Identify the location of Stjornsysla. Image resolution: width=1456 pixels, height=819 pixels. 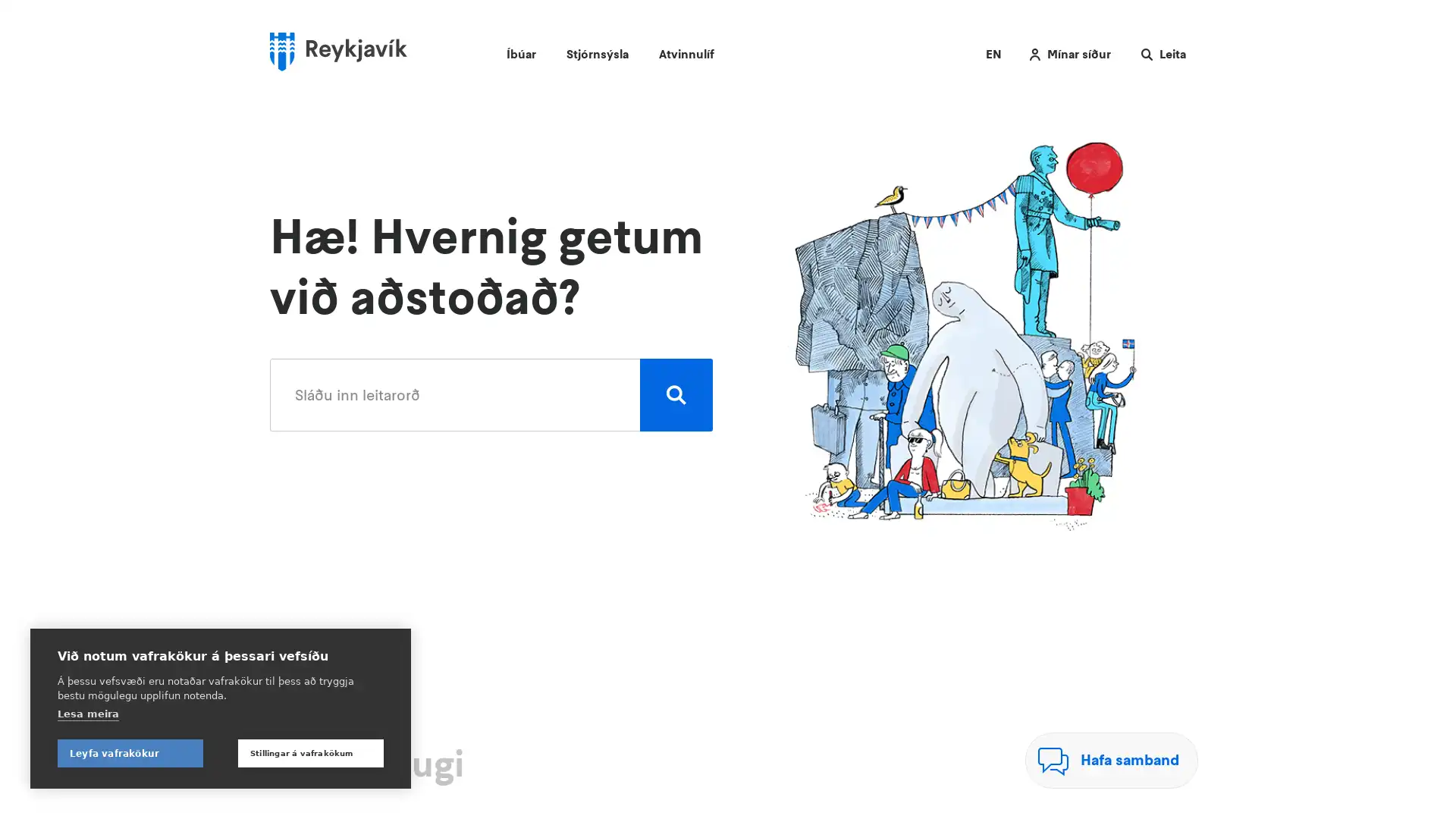
(596, 51).